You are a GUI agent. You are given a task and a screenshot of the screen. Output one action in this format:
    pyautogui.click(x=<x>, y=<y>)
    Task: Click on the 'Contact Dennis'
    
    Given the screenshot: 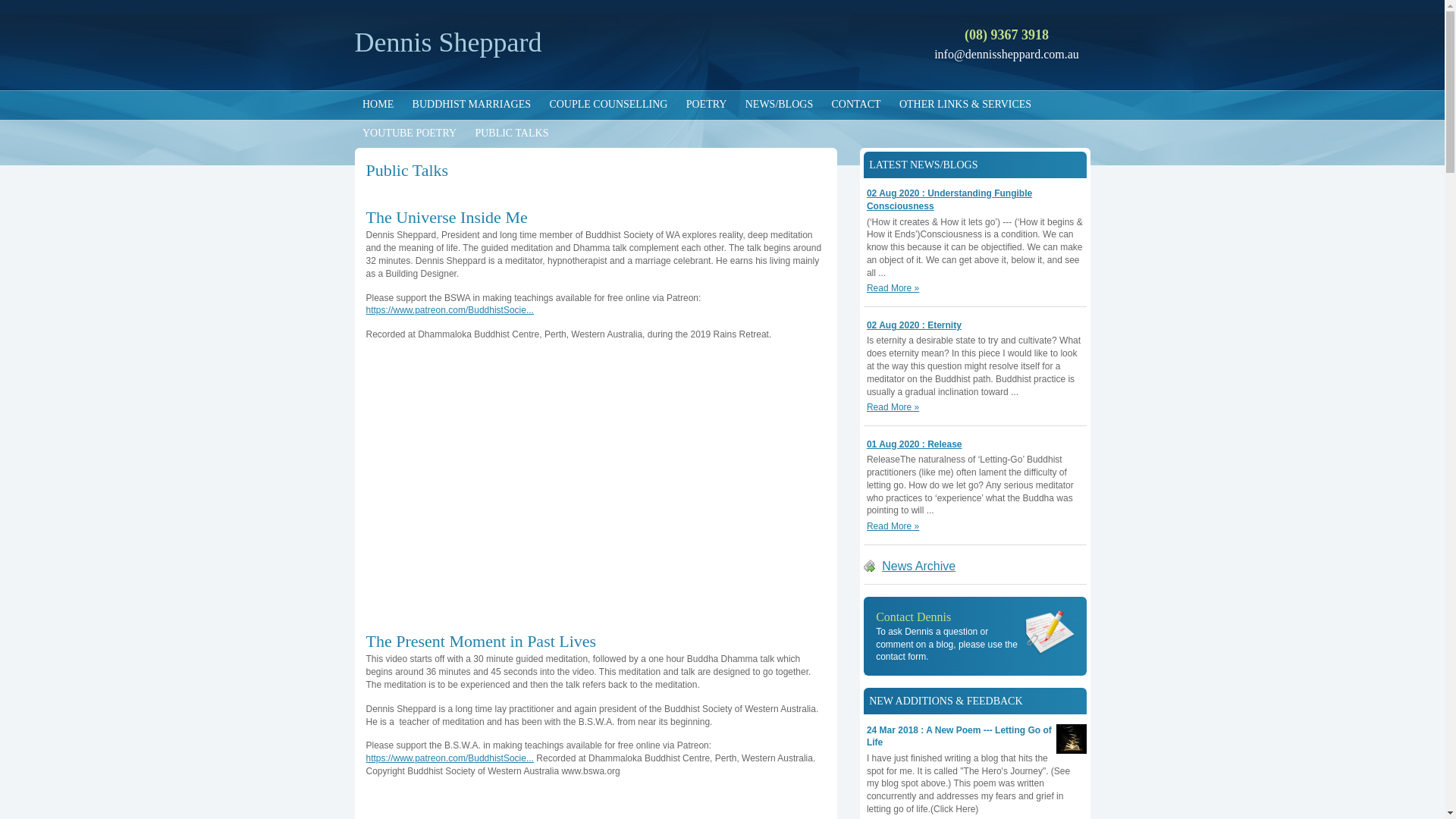 What is the action you would take?
    pyautogui.click(x=912, y=616)
    